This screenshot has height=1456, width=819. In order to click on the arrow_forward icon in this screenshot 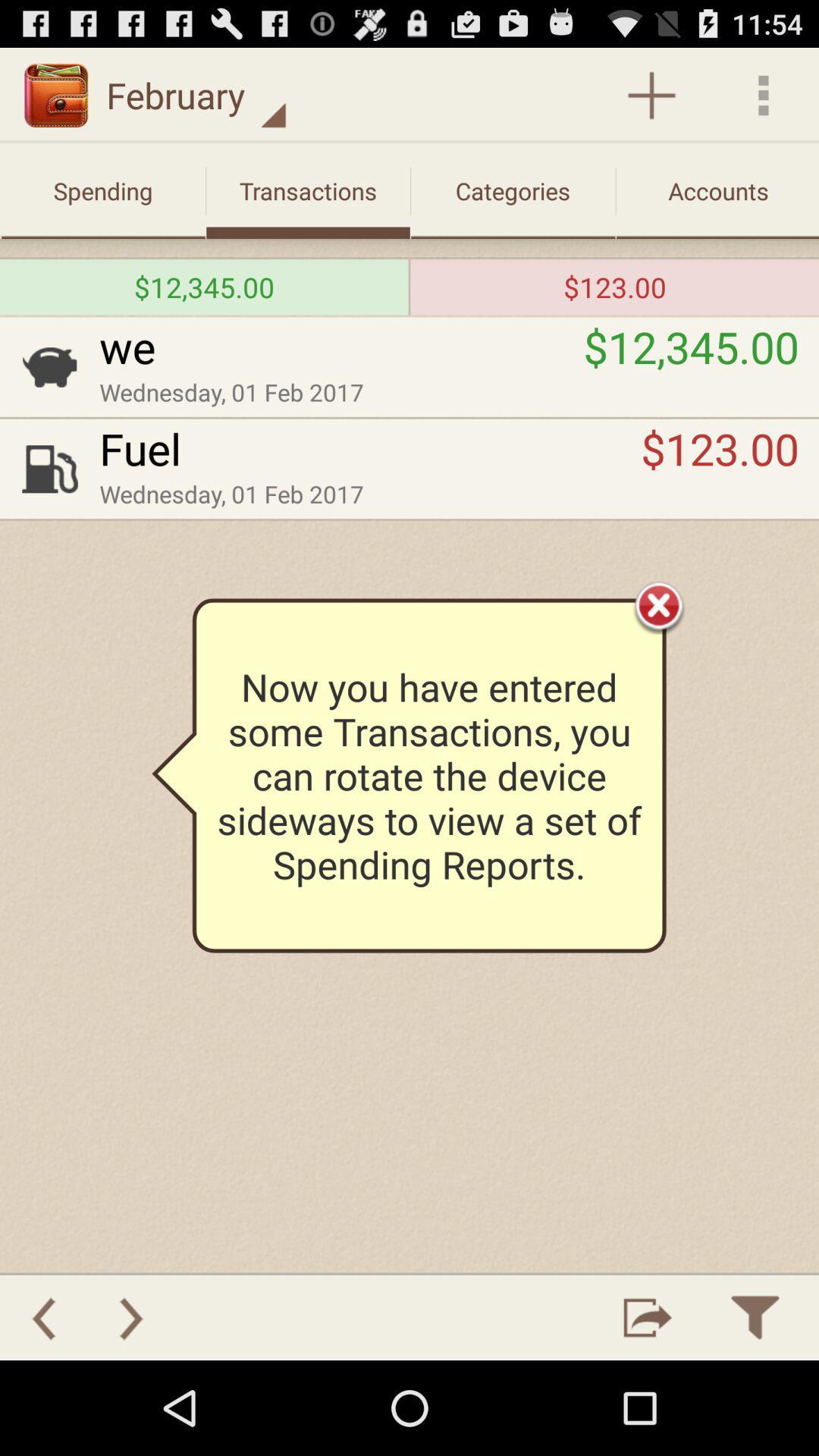, I will do `click(130, 1409)`.